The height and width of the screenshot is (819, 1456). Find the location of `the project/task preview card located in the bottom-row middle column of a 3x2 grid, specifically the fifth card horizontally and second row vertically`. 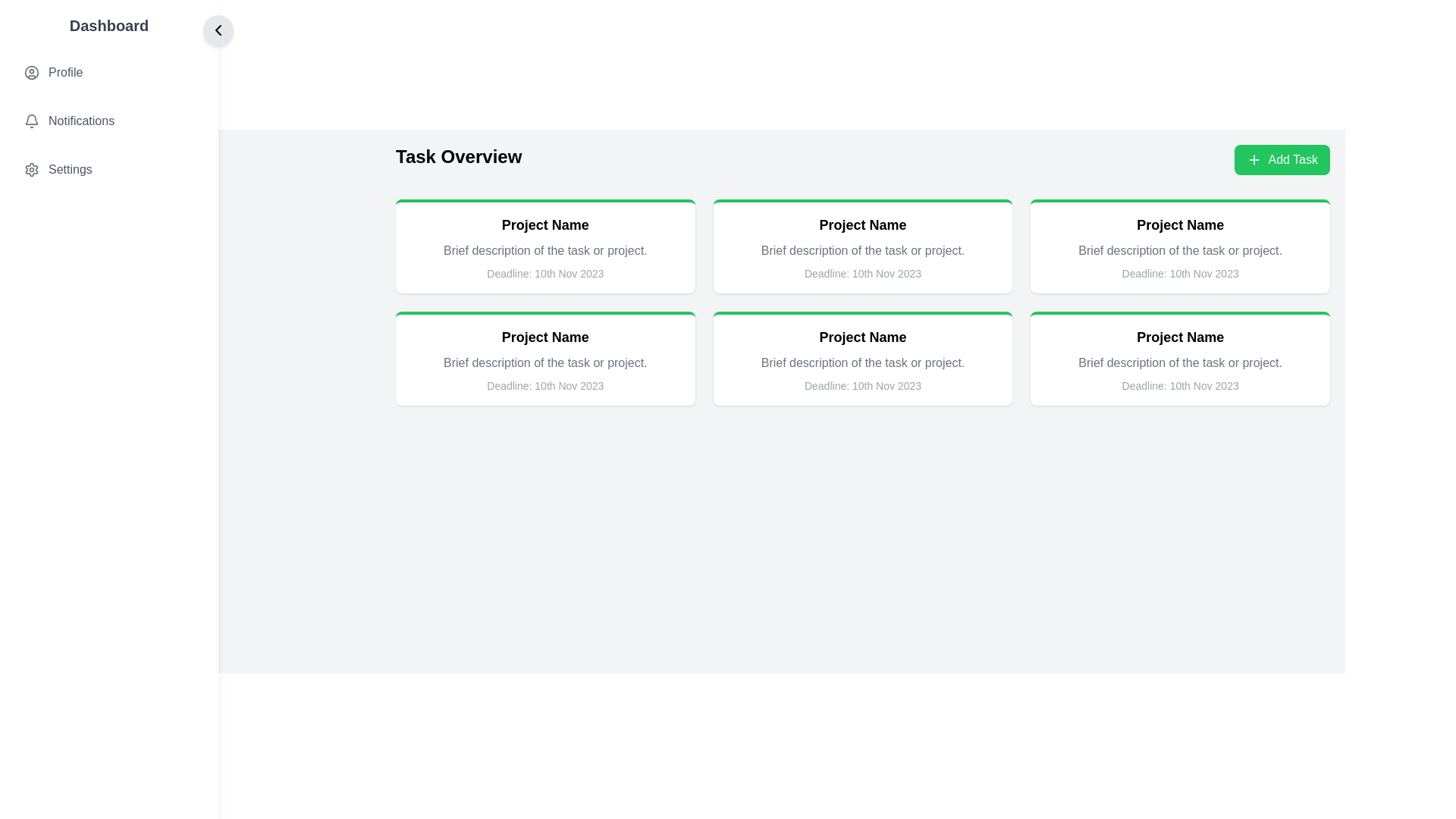

the project/task preview card located in the bottom-row middle column of a 3x2 grid, specifically the fifth card horizontally and second row vertically is located at coordinates (862, 359).